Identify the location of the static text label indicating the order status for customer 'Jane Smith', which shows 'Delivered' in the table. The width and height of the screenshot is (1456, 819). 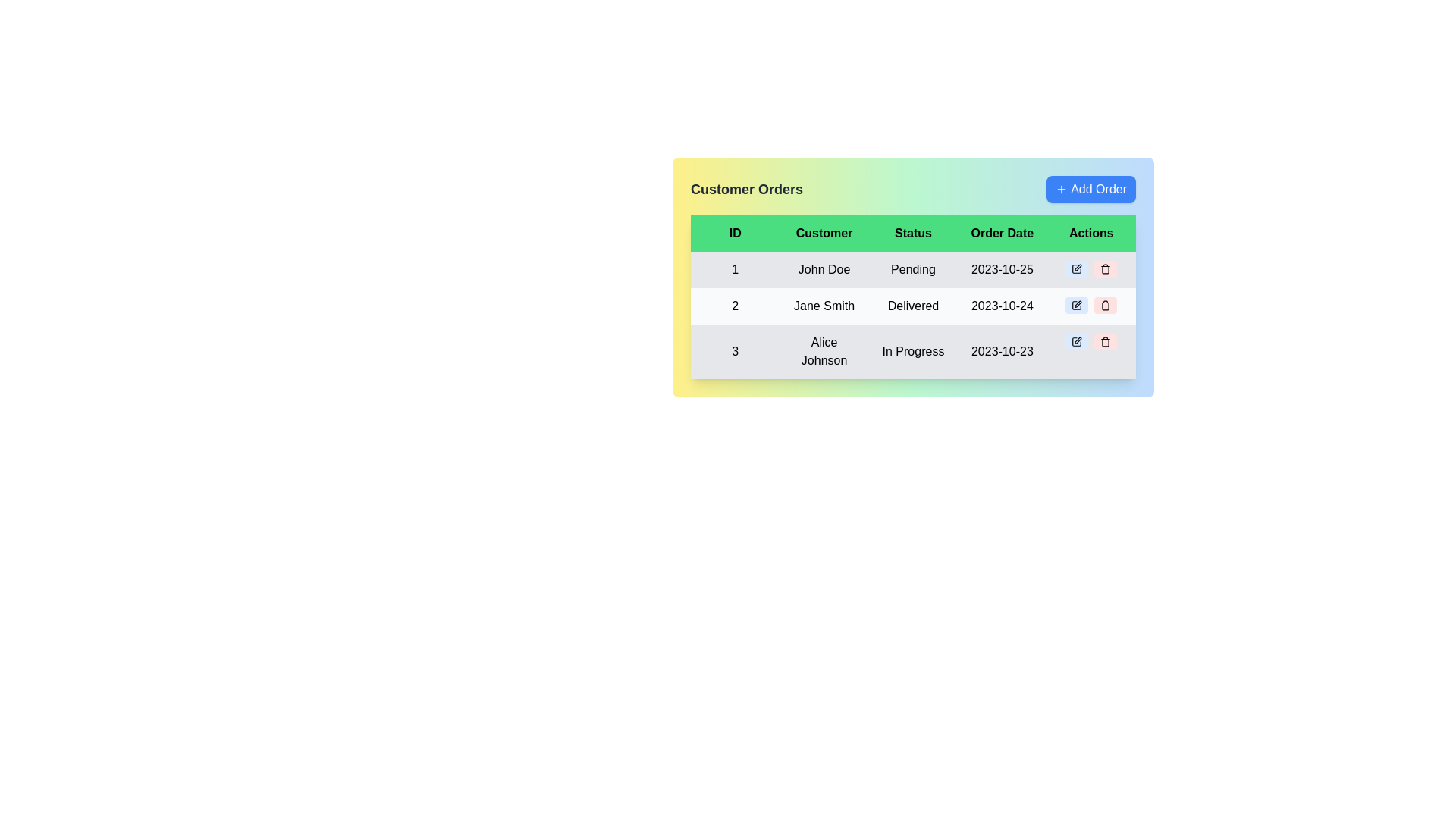
(912, 306).